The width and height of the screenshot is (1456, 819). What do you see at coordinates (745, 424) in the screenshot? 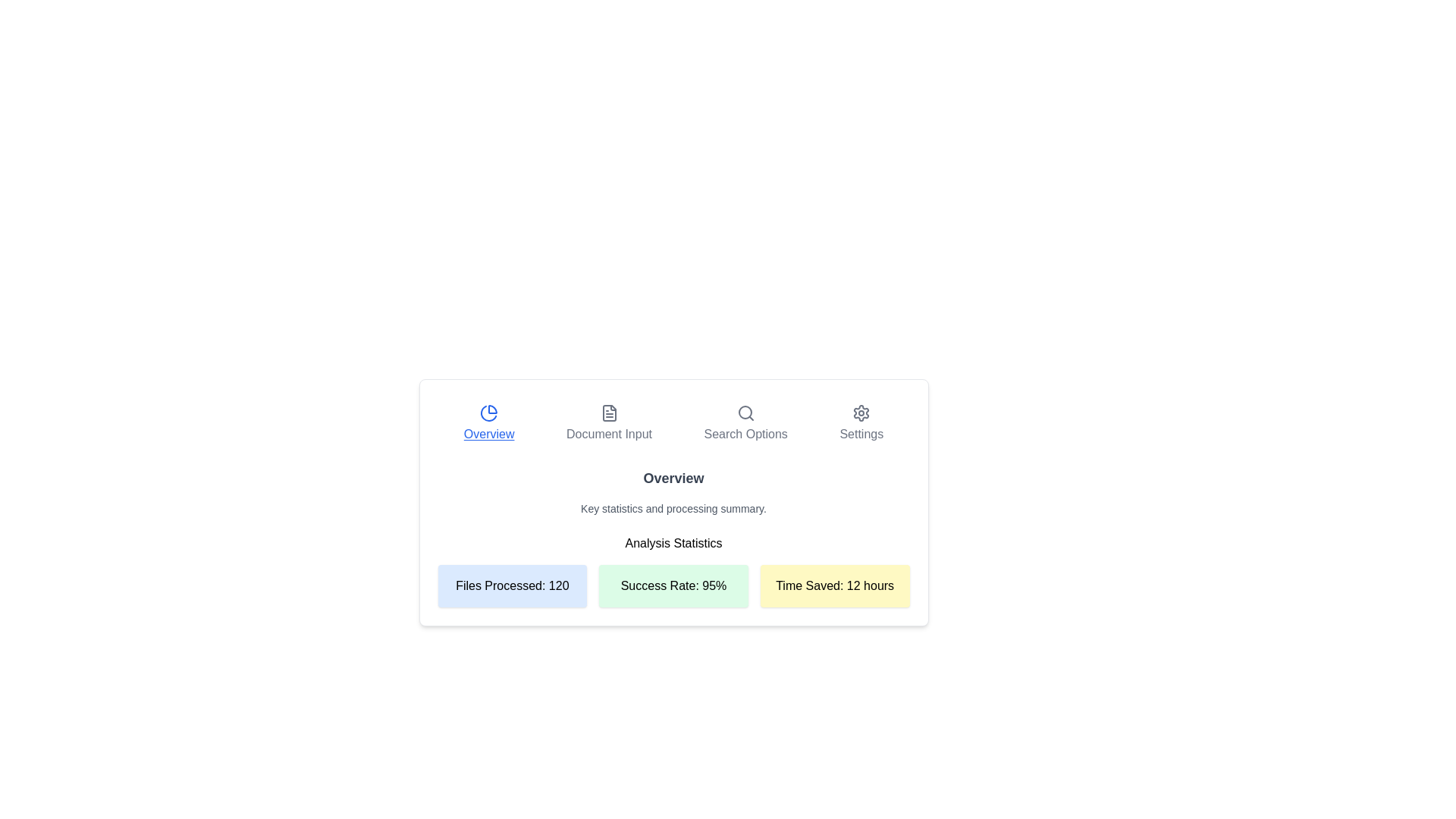
I see `the 'Search Options' button in the navigation bar` at bounding box center [745, 424].